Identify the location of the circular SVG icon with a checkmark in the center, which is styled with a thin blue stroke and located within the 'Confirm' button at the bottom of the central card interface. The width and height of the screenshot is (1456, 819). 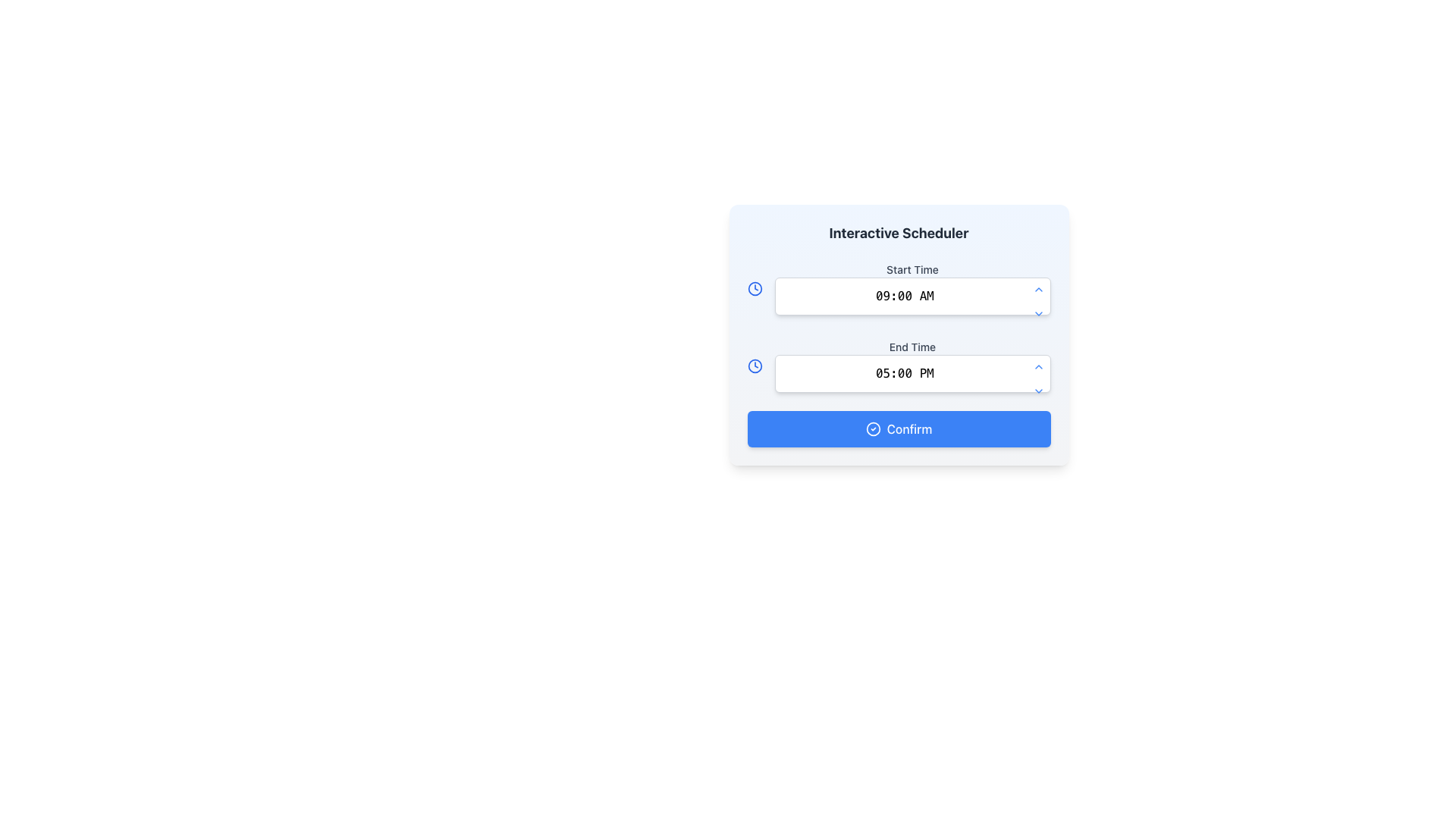
(873, 429).